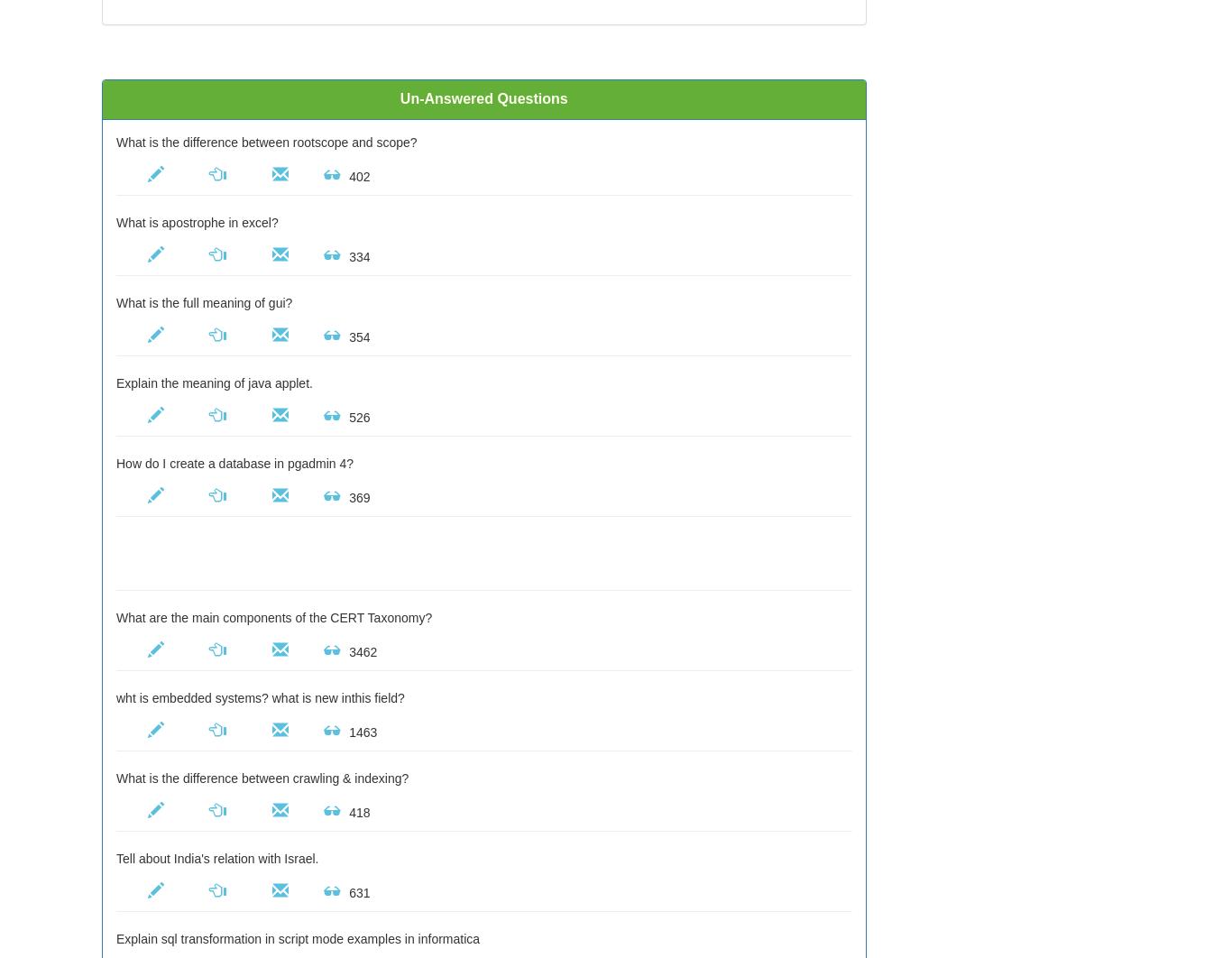 This screenshot has height=958, width=1232. I want to click on 'What is the difference between rootscope and scope?', so click(266, 143).